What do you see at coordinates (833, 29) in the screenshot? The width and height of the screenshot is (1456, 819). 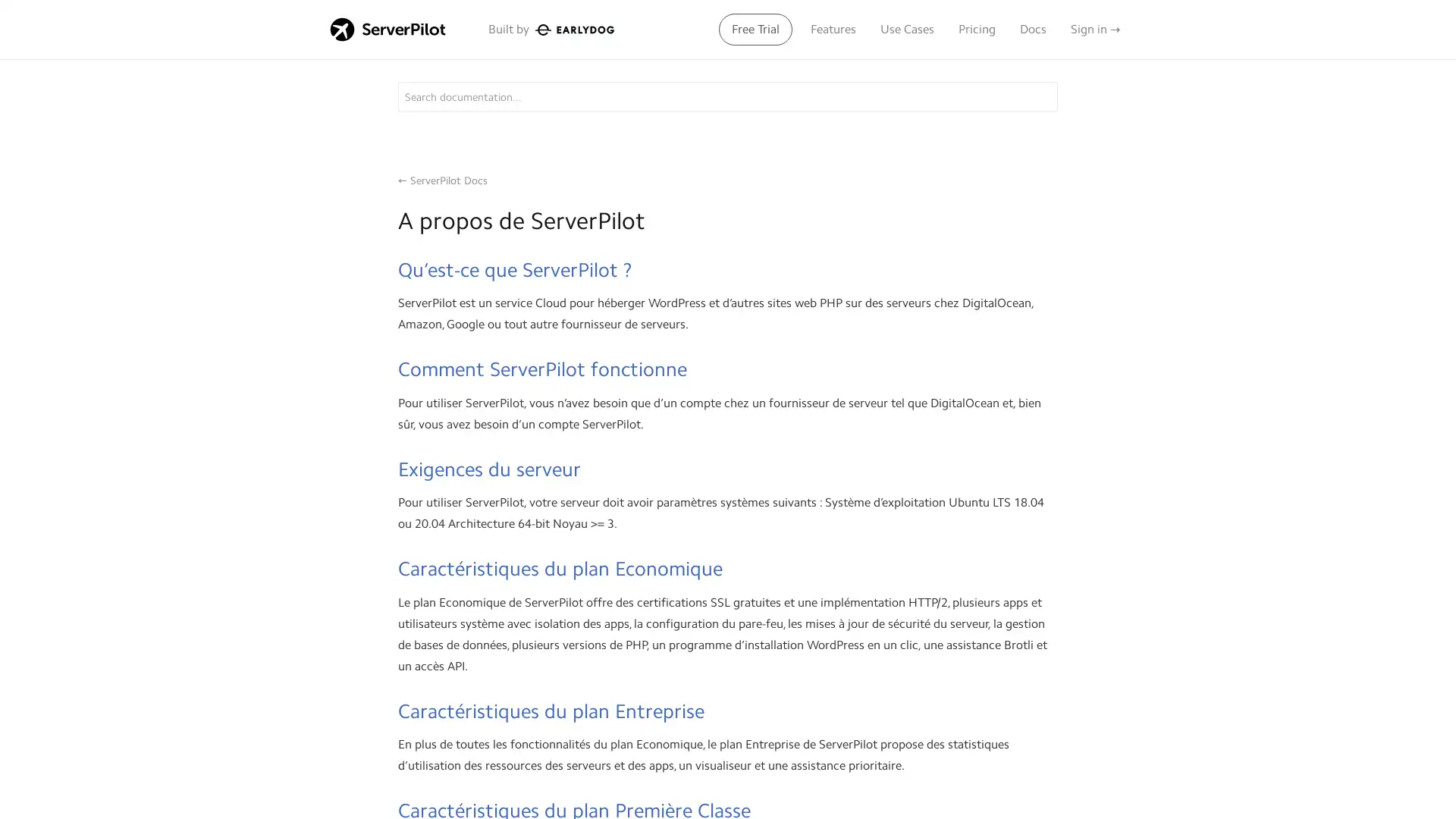 I see `Features` at bounding box center [833, 29].